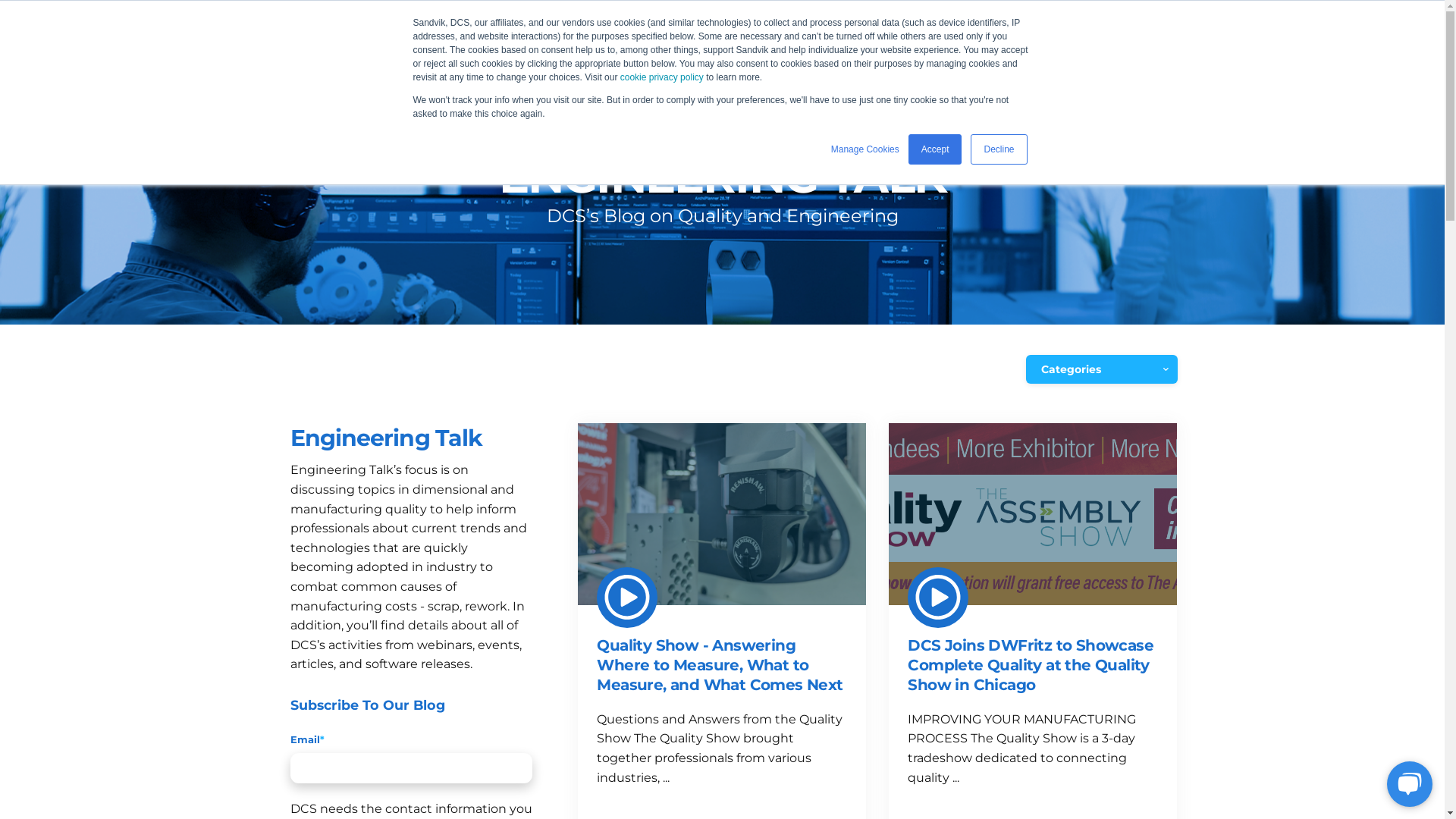 The height and width of the screenshot is (819, 1456). I want to click on 'BLOG', so click(979, 59).